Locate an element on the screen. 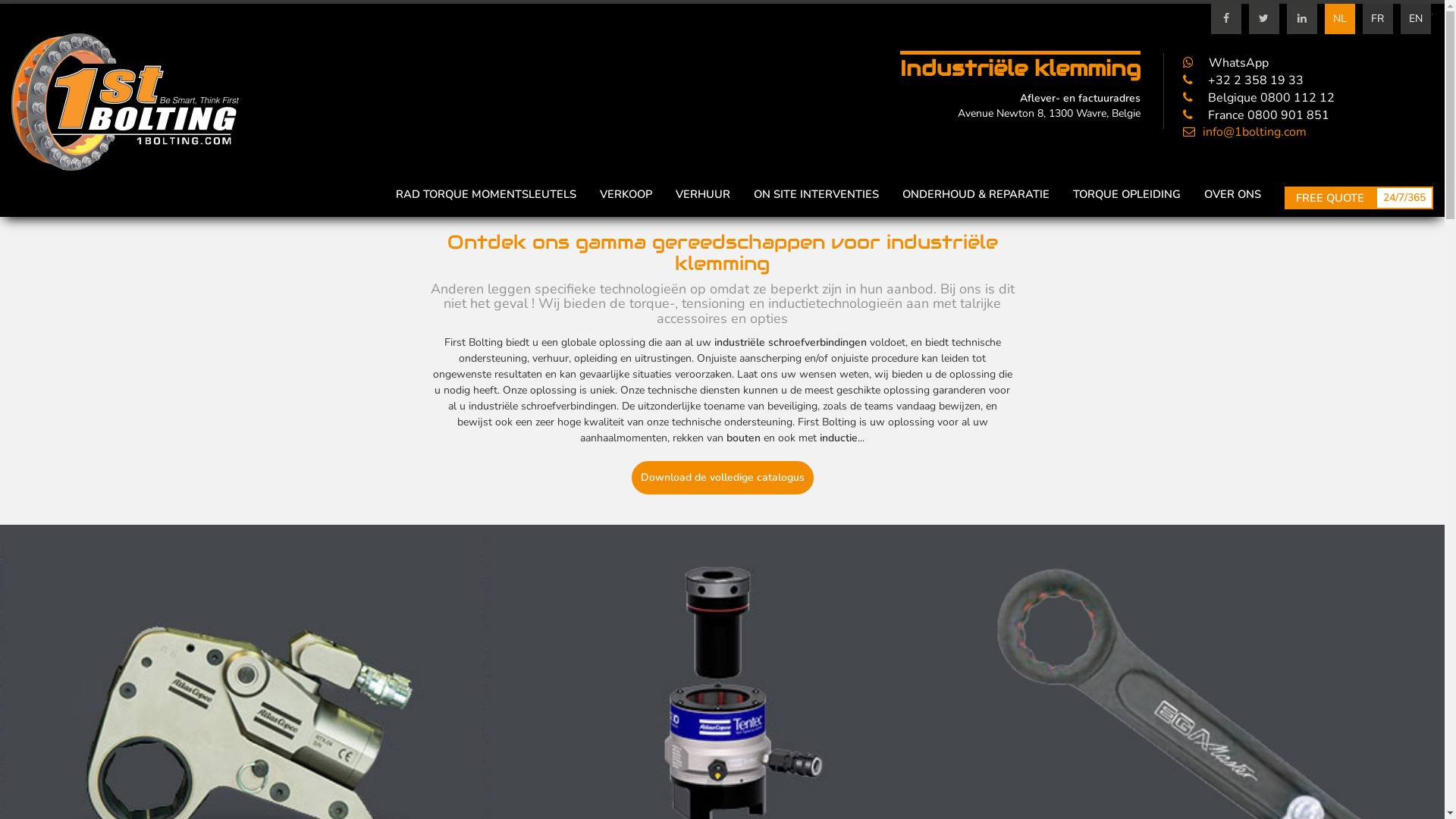 This screenshot has height=819, width=1456. 'Ringslagsleutel' is located at coordinates (1203, 734).